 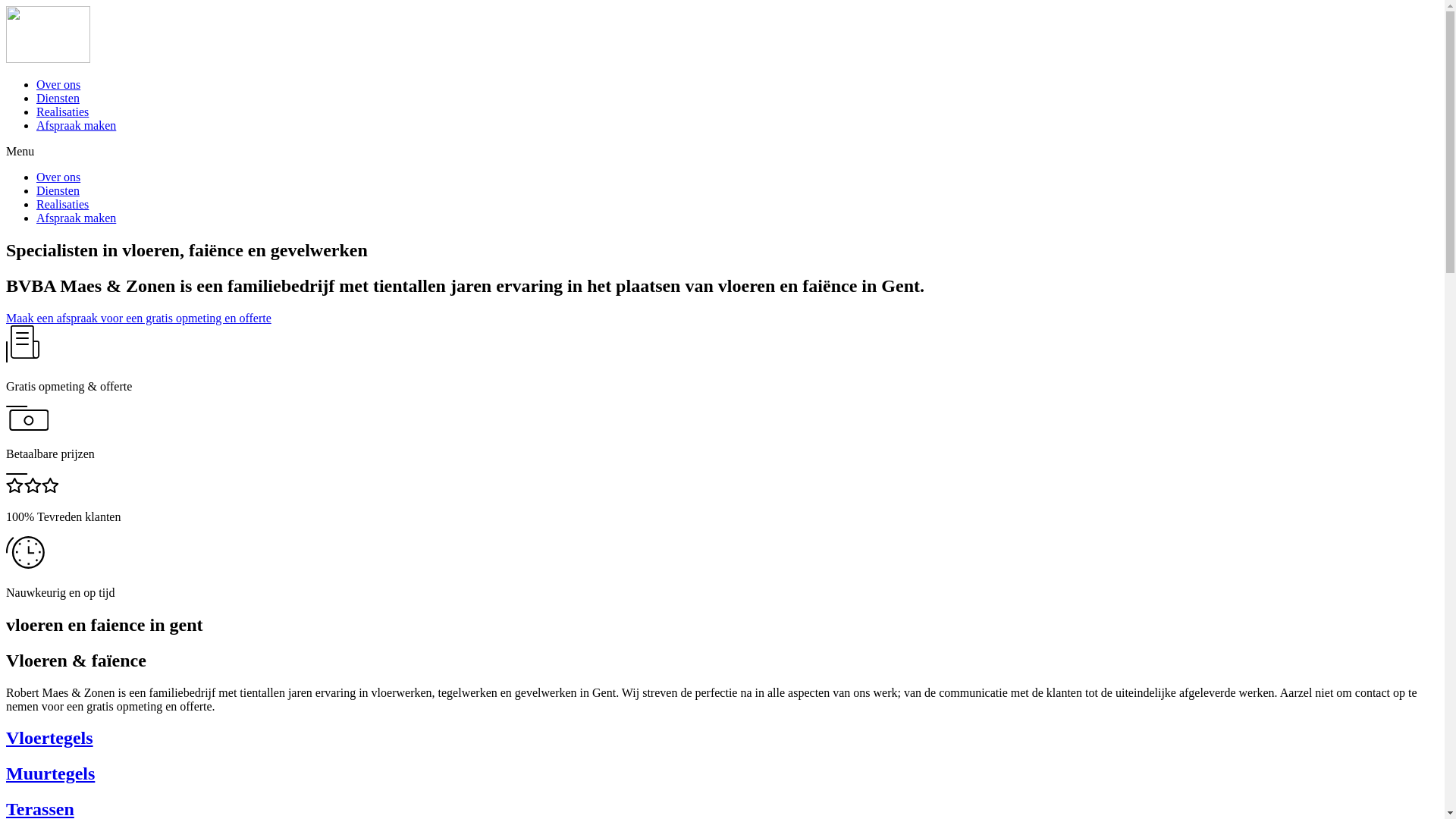 What do you see at coordinates (721, 773) in the screenshot?
I see `'Muurtegels'` at bounding box center [721, 773].